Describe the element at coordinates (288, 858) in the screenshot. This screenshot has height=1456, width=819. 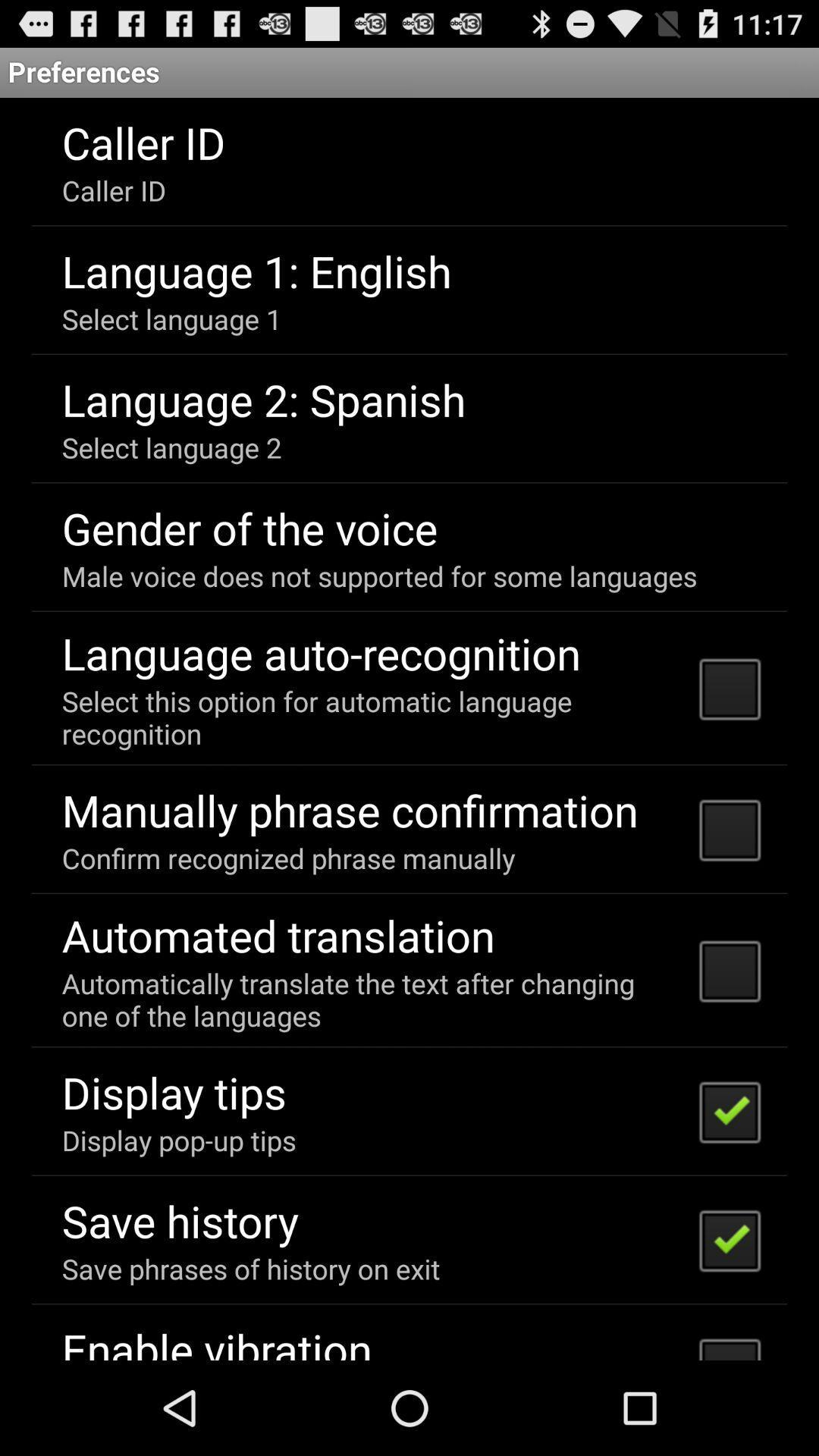
I see `the icon above automated translation icon` at that location.